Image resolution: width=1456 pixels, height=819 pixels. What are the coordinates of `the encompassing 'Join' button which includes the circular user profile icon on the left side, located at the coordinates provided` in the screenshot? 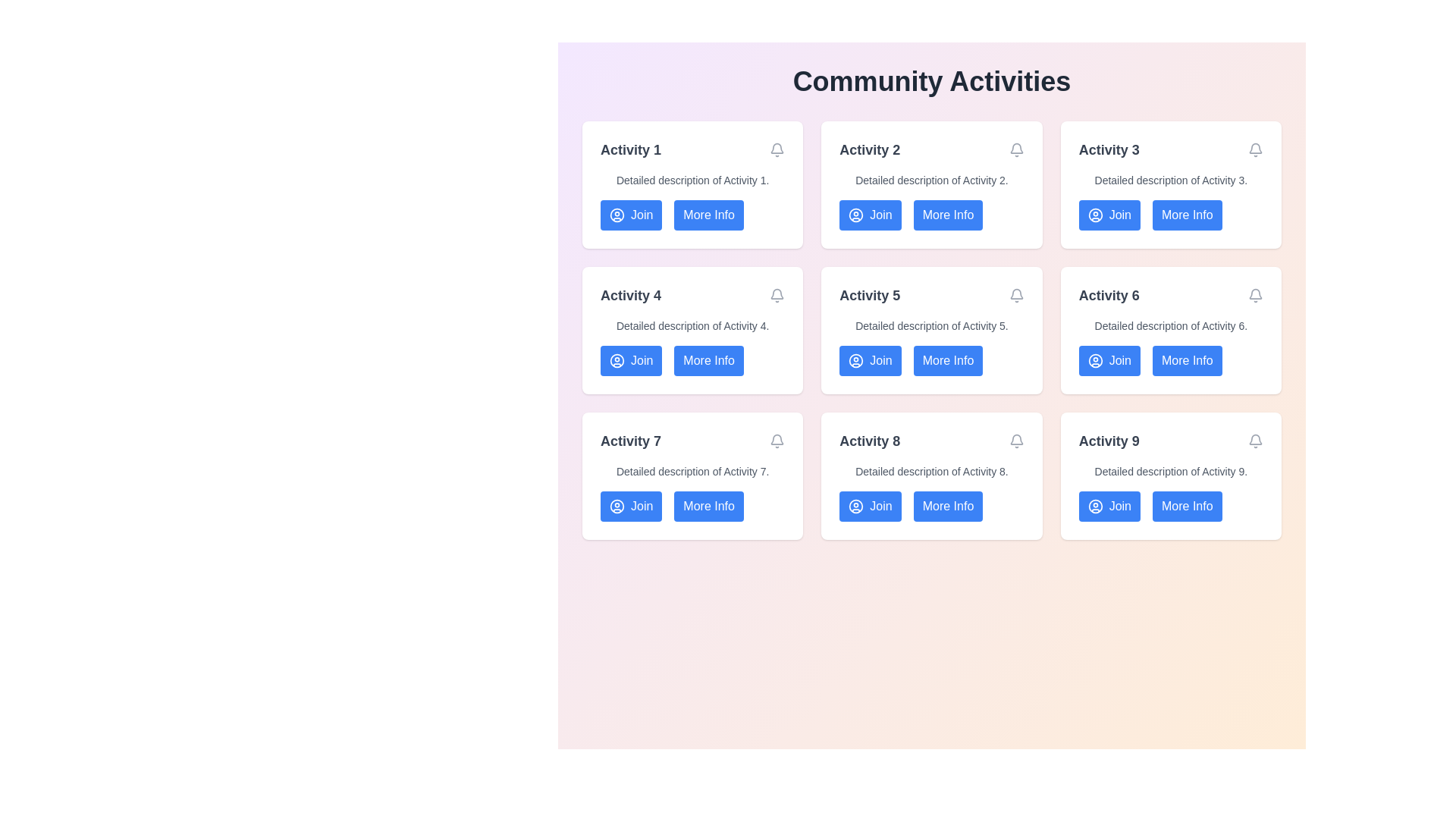 It's located at (856, 506).